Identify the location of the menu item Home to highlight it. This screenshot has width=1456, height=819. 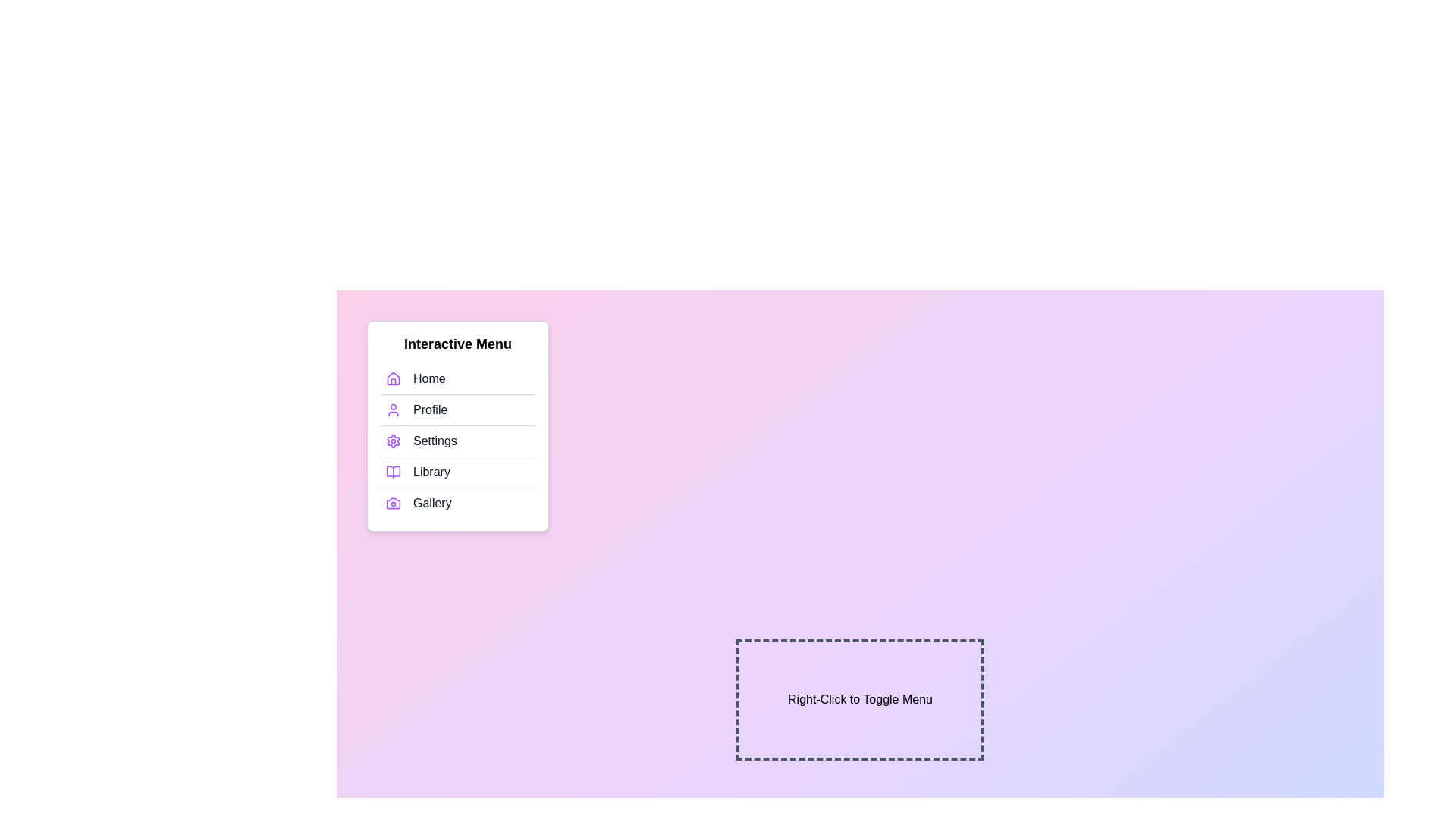
(457, 378).